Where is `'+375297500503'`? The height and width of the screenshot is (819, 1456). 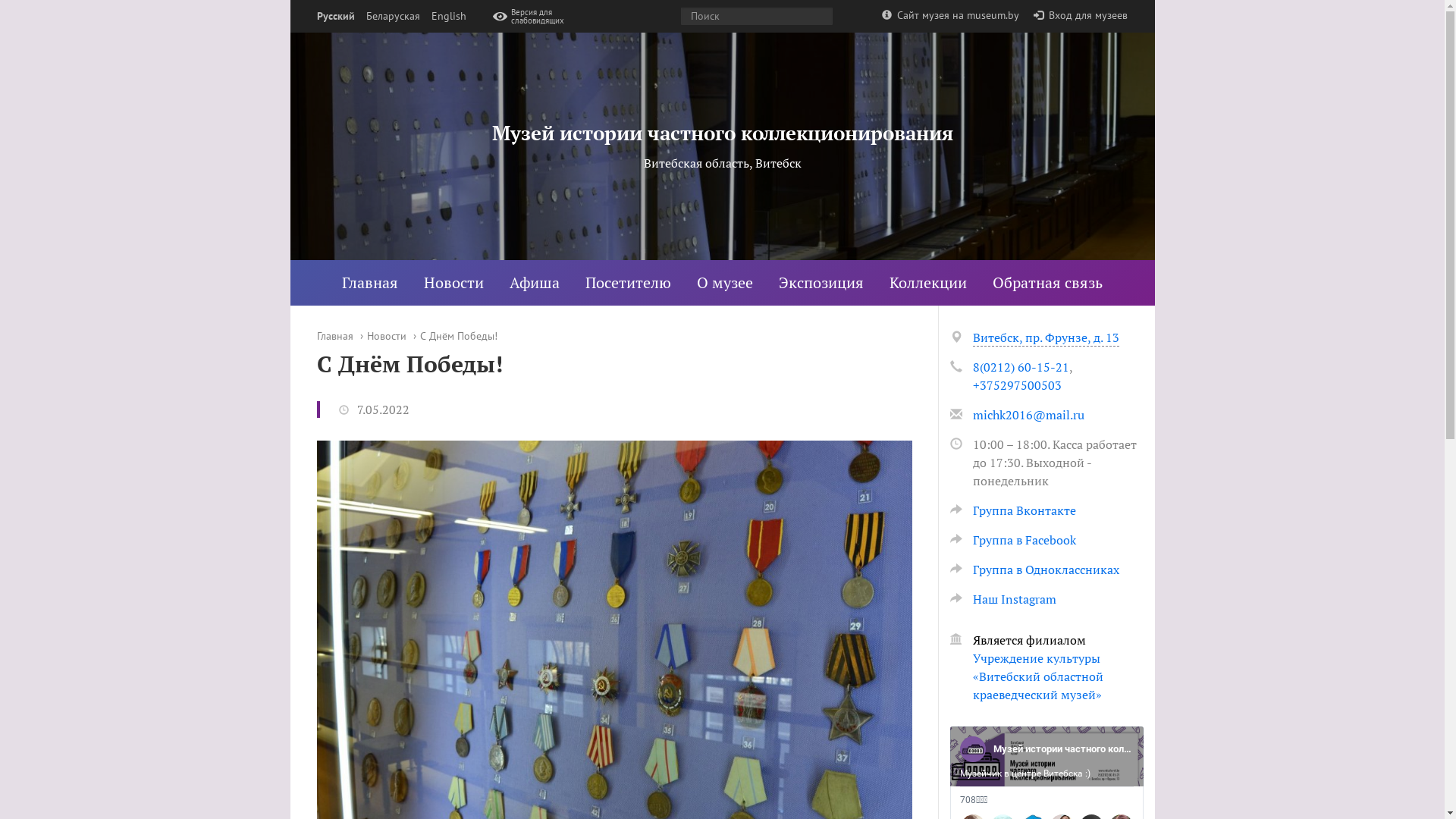 '+375297500503' is located at coordinates (971, 384).